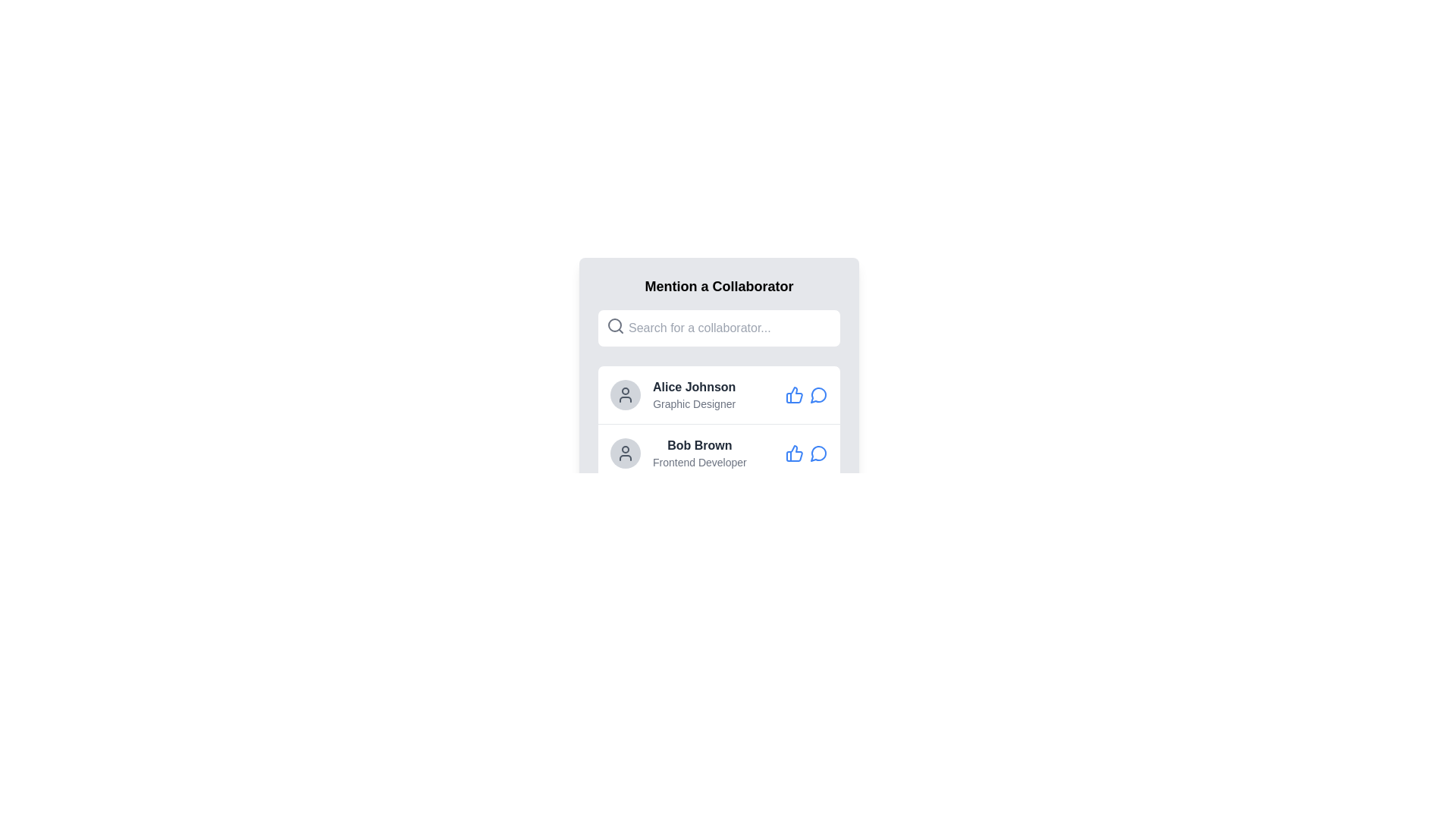 The image size is (1456, 819). Describe the element at coordinates (693, 403) in the screenshot. I see `text label displaying 'Graphic Designer', which is positioned directly beneath the name 'Alice Johnson' in a vertical list of collaborators` at that location.